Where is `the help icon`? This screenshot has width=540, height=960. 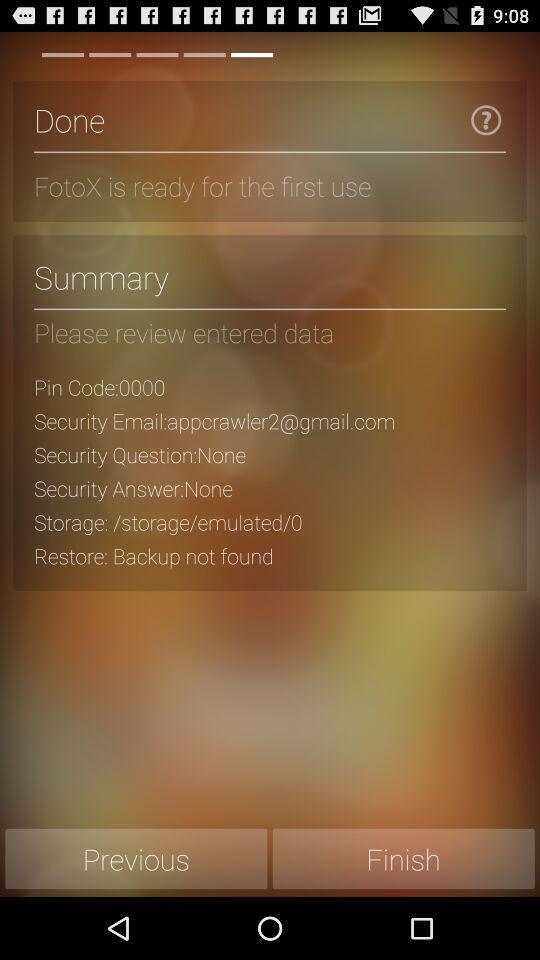 the help icon is located at coordinates (485, 127).